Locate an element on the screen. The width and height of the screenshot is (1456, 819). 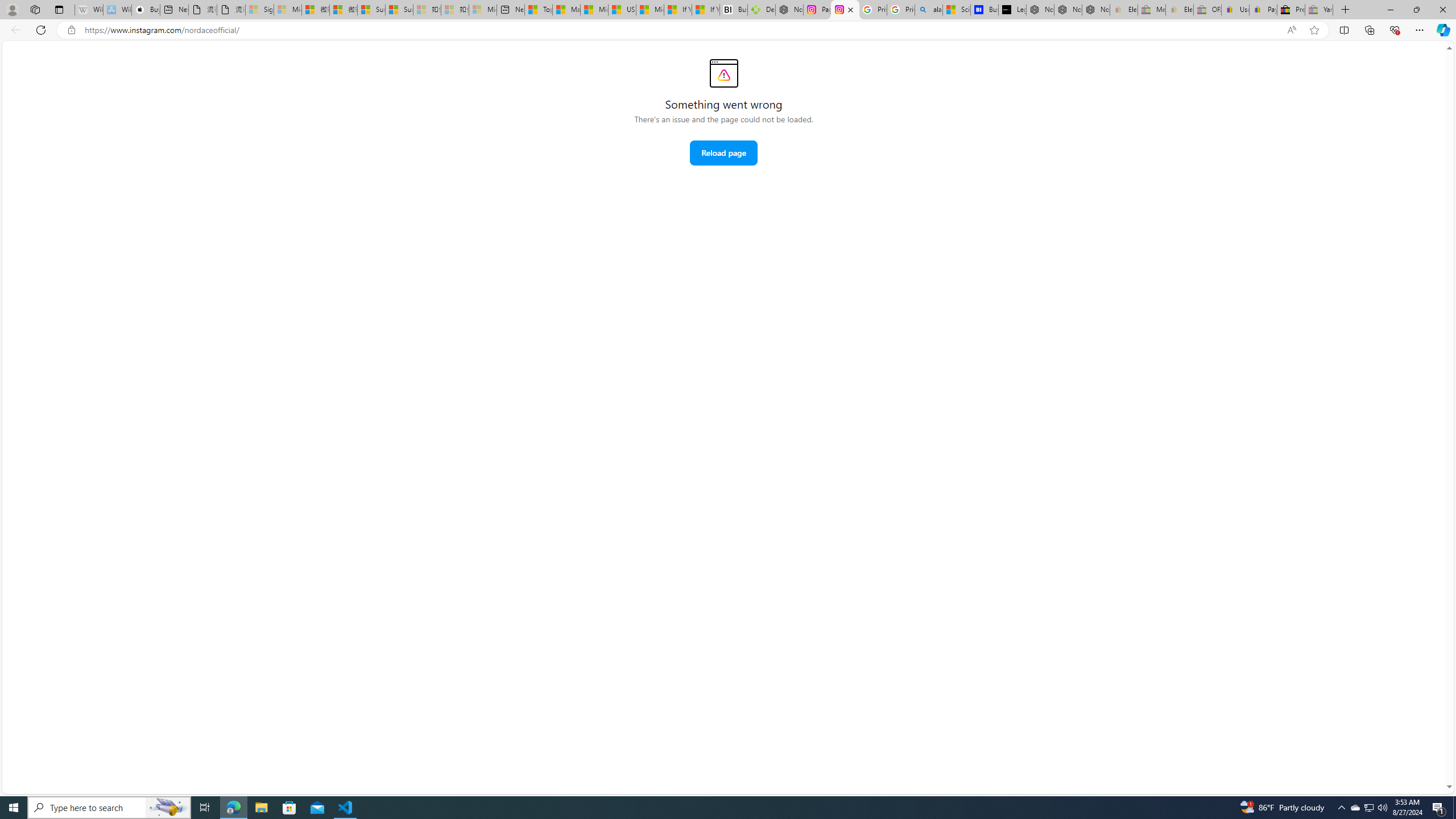
'Press Room - eBay Inc.' is located at coordinates (1291, 9).